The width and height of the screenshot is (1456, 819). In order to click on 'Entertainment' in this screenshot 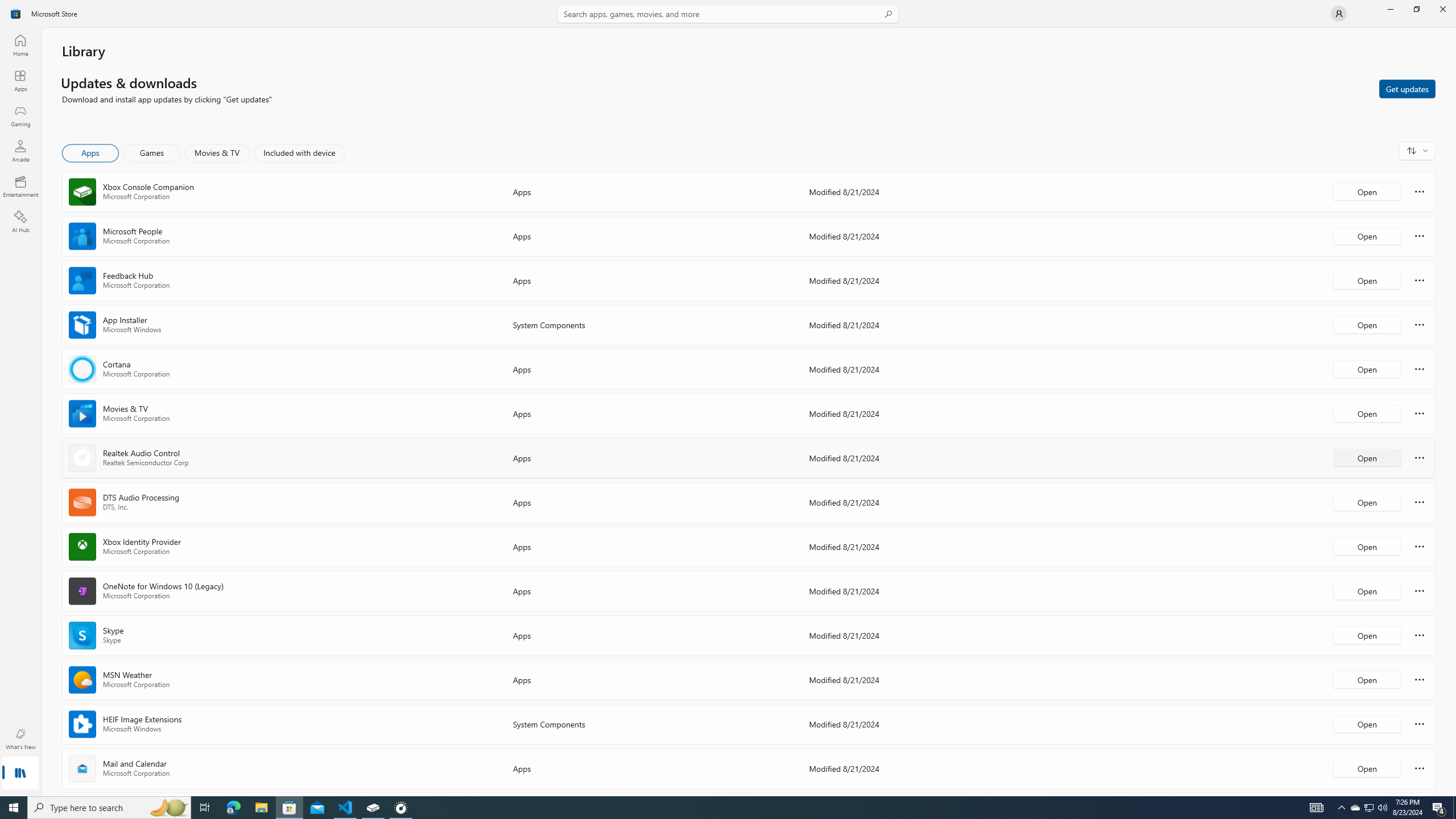, I will do `click(19, 185)`.